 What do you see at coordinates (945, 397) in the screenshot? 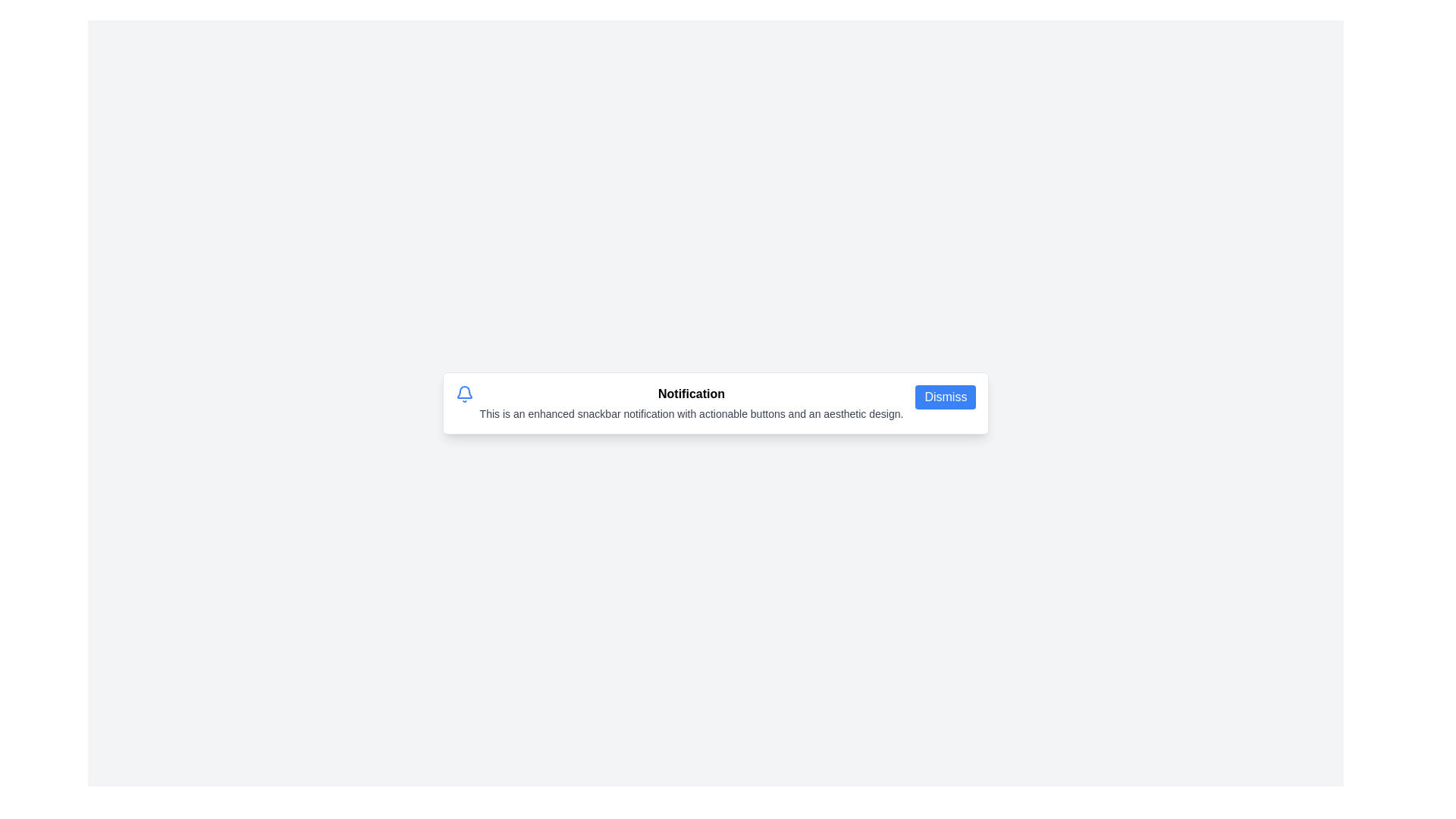
I see `'Dismiss' button to close the snackbar` at bounding box center [945, 397].